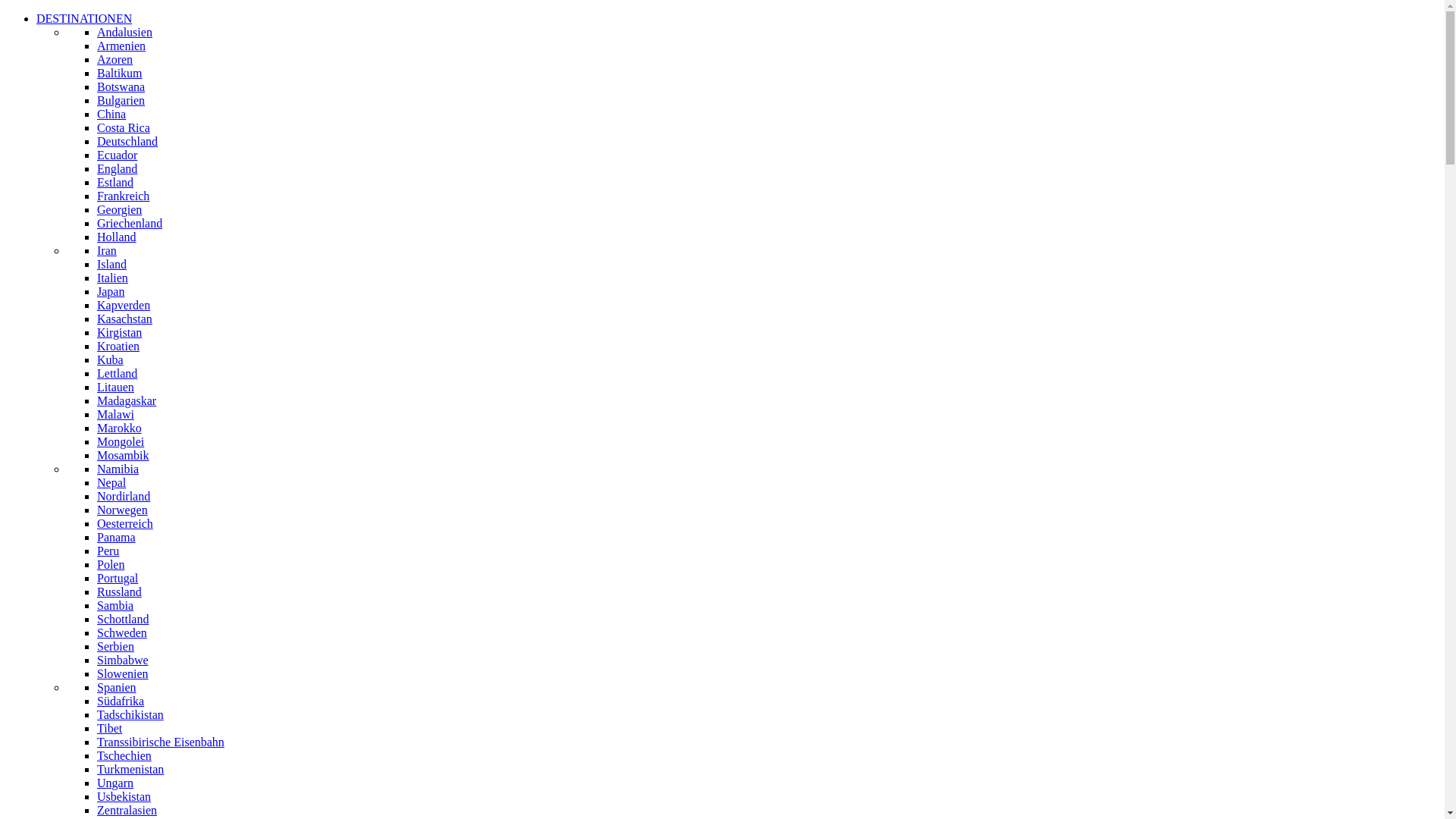  Describe the element at coordinates (96, 195) in the screenshot. I see `'Frankreich'` at that location.